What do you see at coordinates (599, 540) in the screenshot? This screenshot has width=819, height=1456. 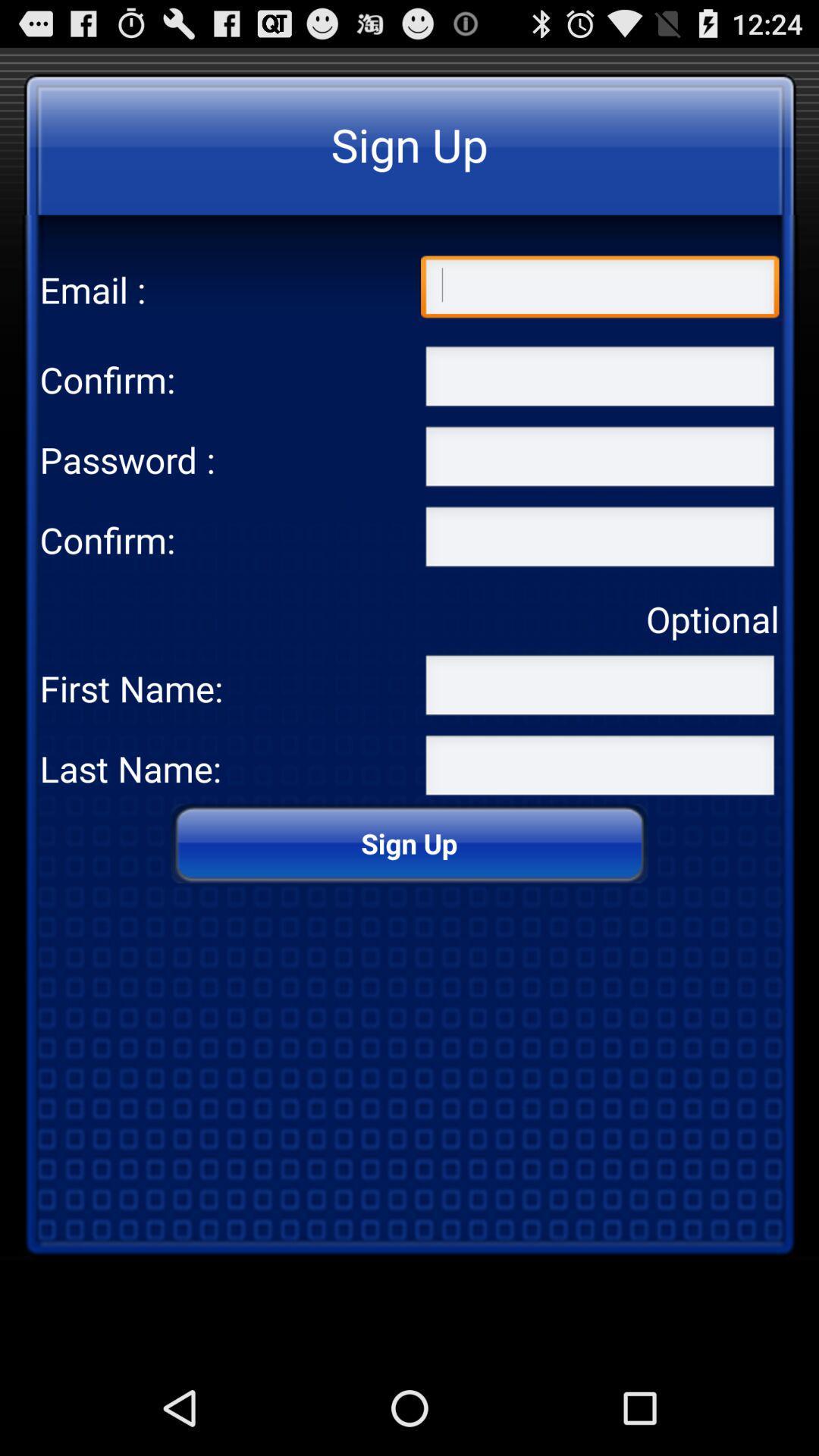 I see `password field` at bounding box center [599, 540].